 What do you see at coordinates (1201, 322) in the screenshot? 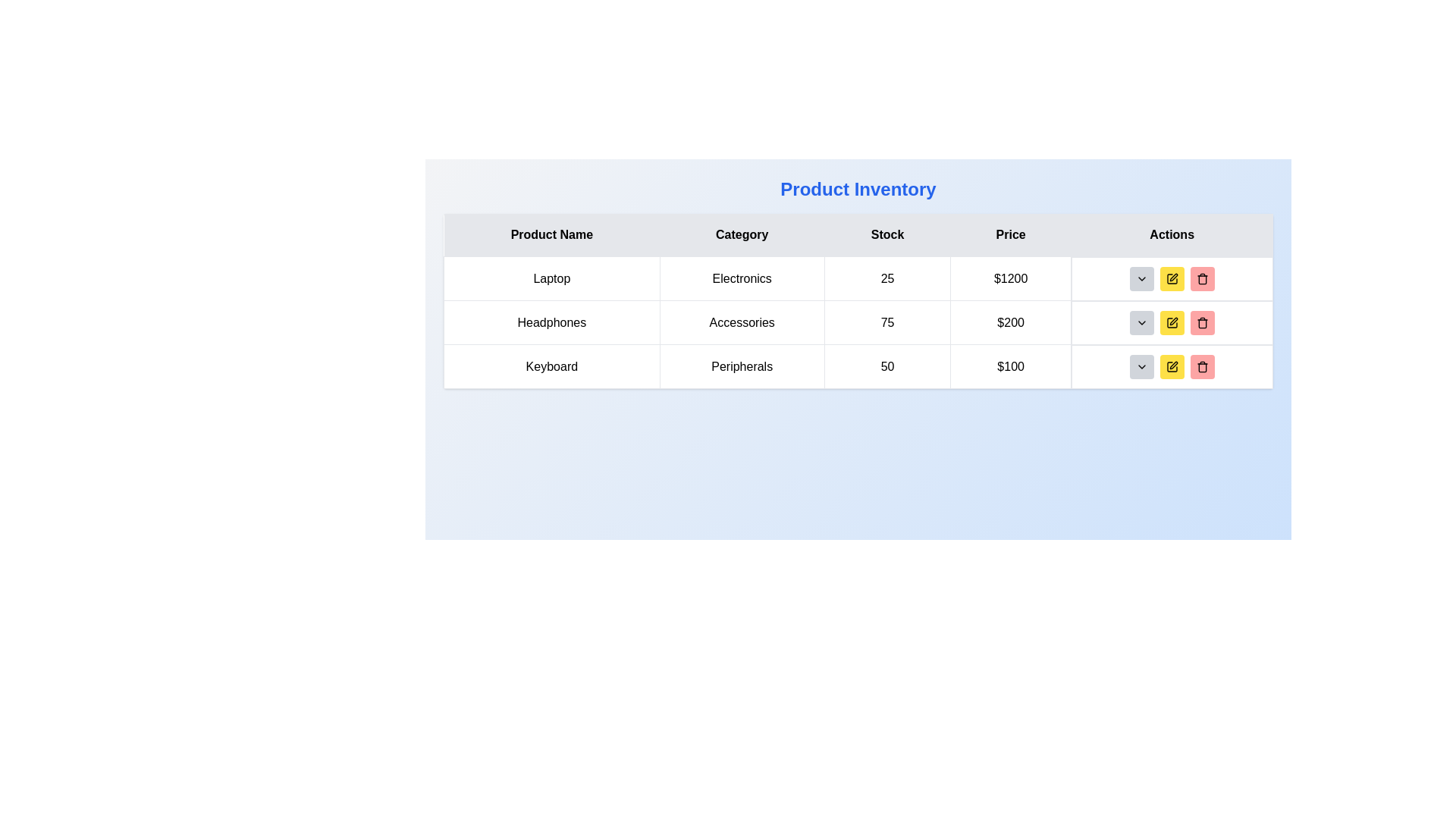
I see `the red button with a black trash can icon located in the 'Actions' column of the second row` at bounding box center [1201, 322].